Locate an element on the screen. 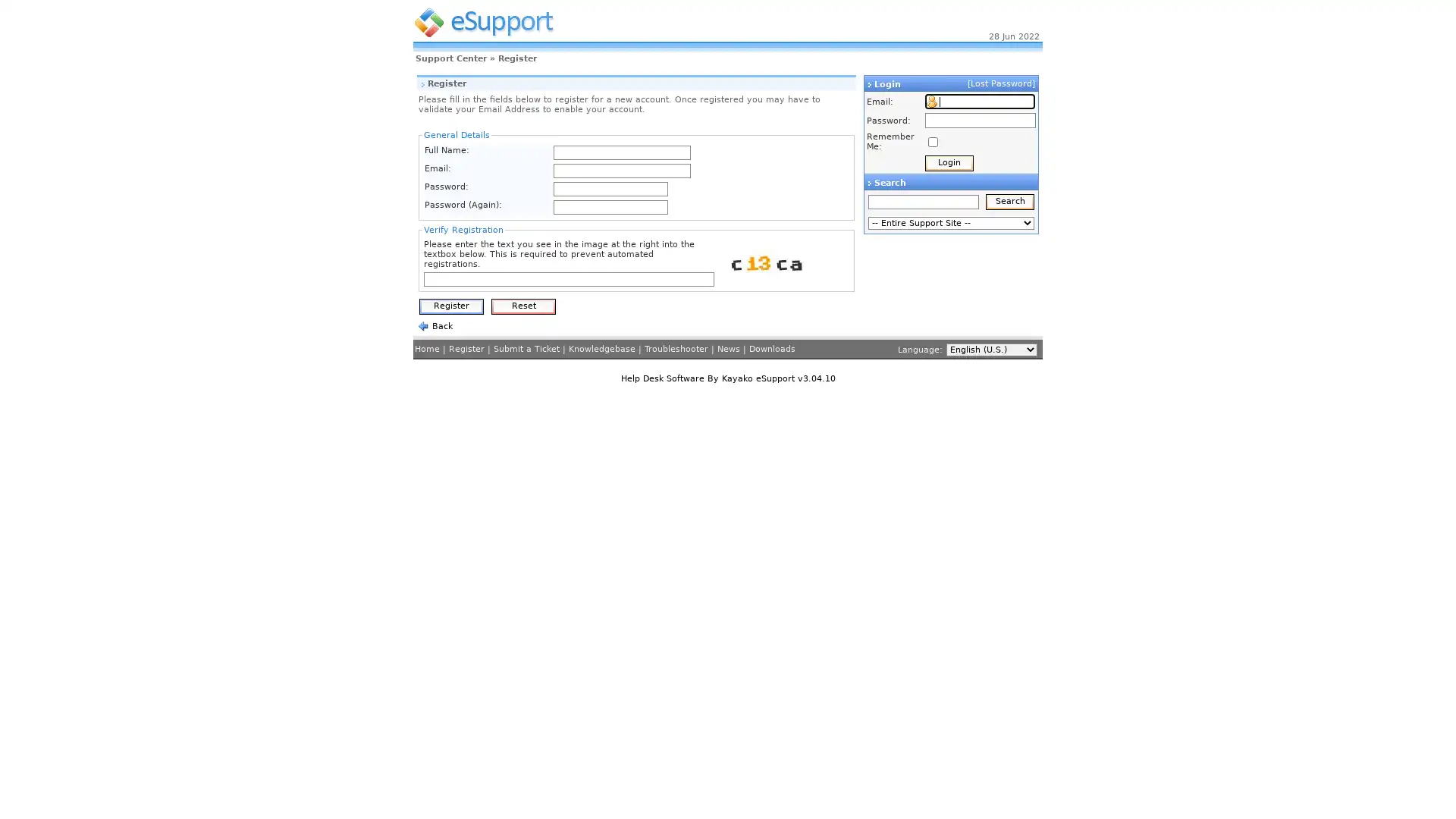 Image resolution: width=1456 pixels, height=819 pixels. Reset is located at coordinates (523, 306).